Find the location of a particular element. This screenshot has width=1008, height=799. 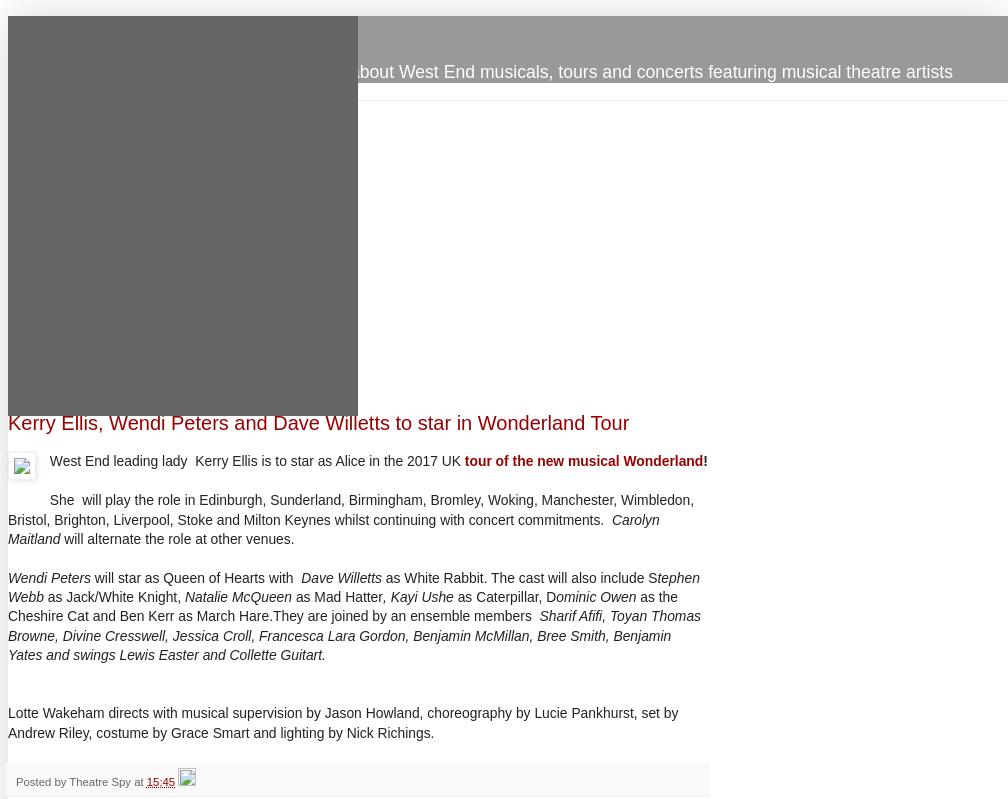

'ominic Owen' is located at coordinates (596, 596).